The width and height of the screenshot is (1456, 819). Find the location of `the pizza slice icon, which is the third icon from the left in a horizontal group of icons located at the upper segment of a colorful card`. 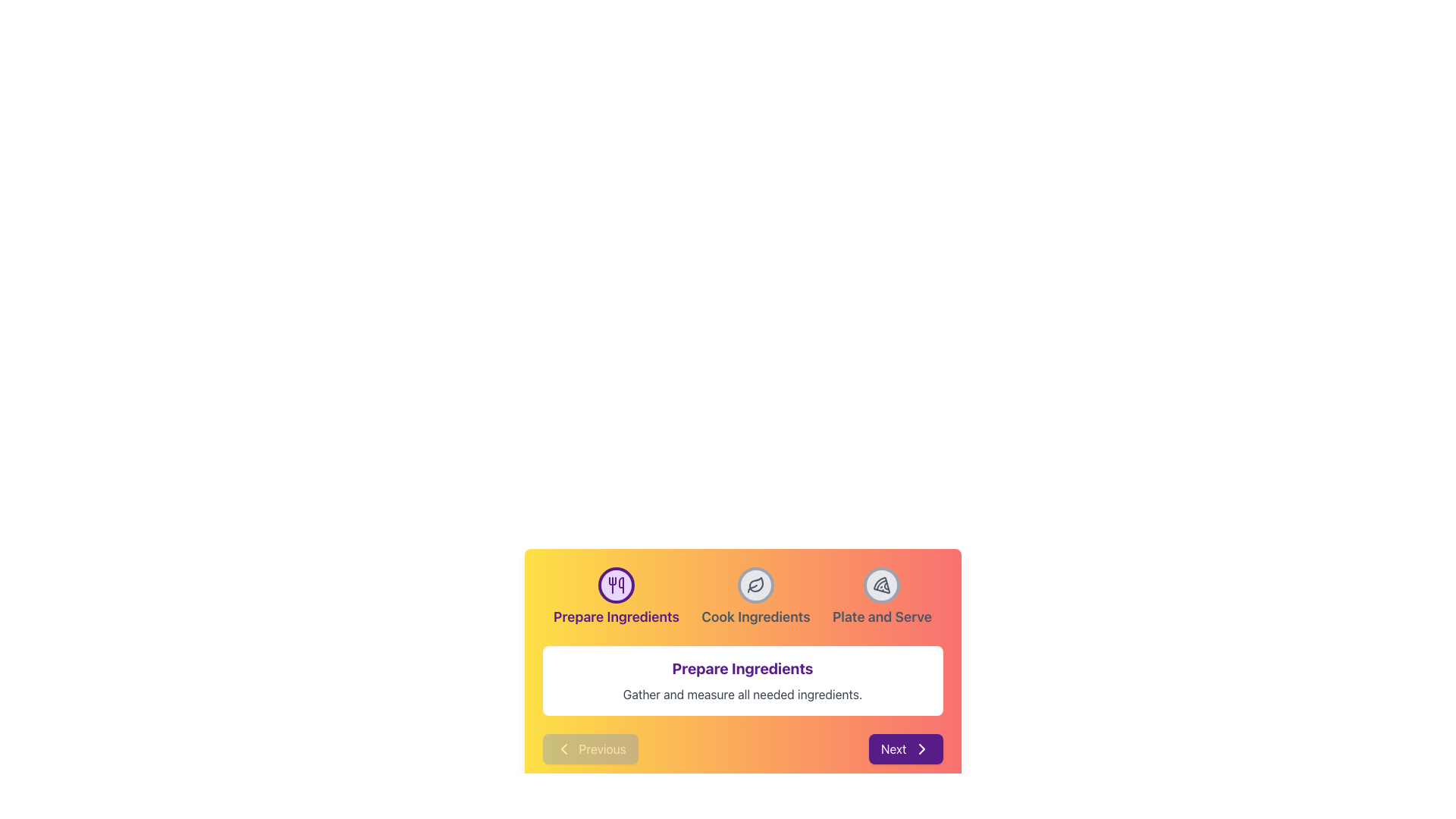

the pizza slice icon, which is the third icon from the left in a horizontal group of icons located at the upper segment of a colorful card is located at coordinates (881, 584).